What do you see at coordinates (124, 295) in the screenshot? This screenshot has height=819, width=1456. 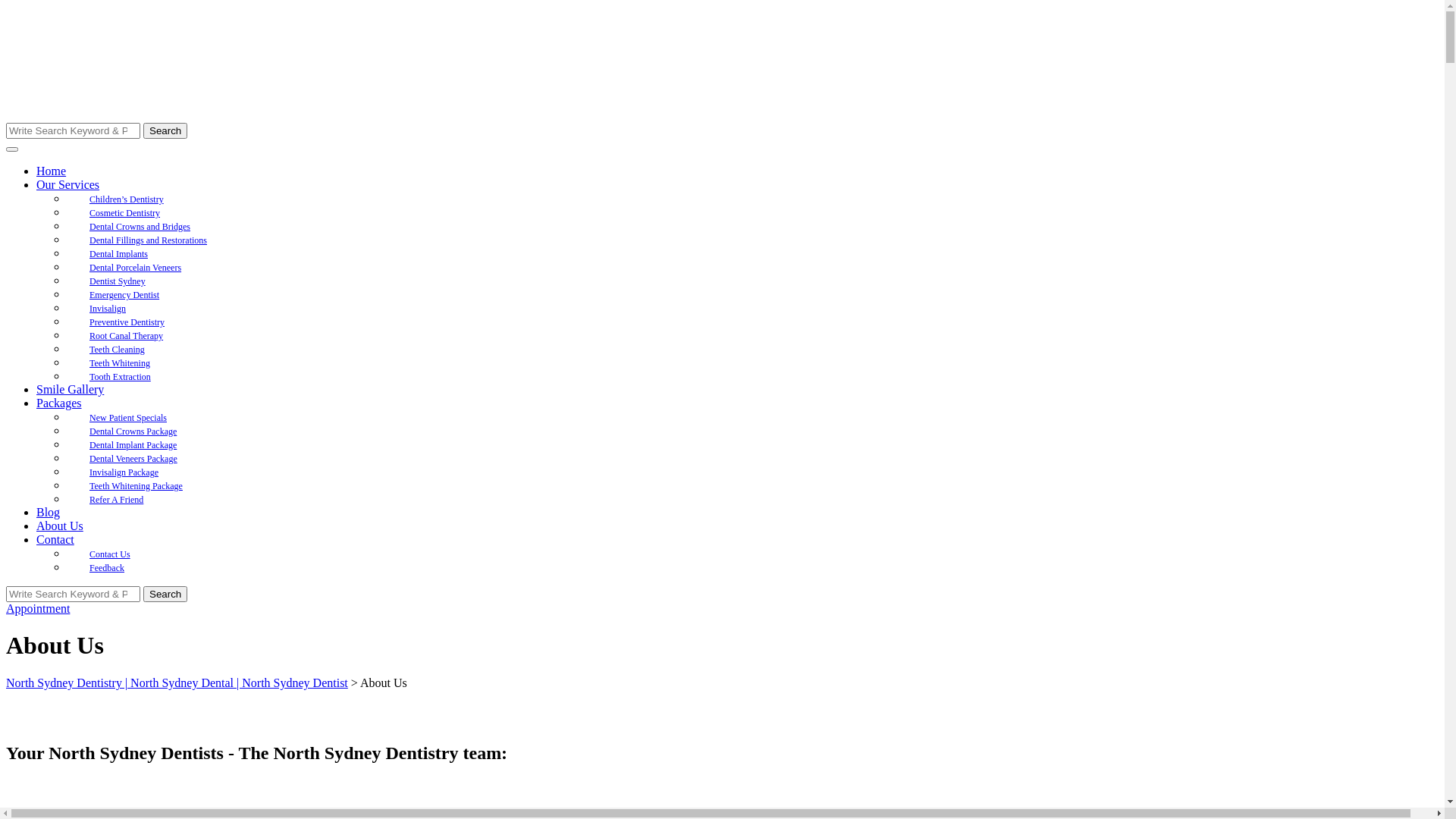 I see `'Emergency Dentist'` at bounding box center [124, 295].